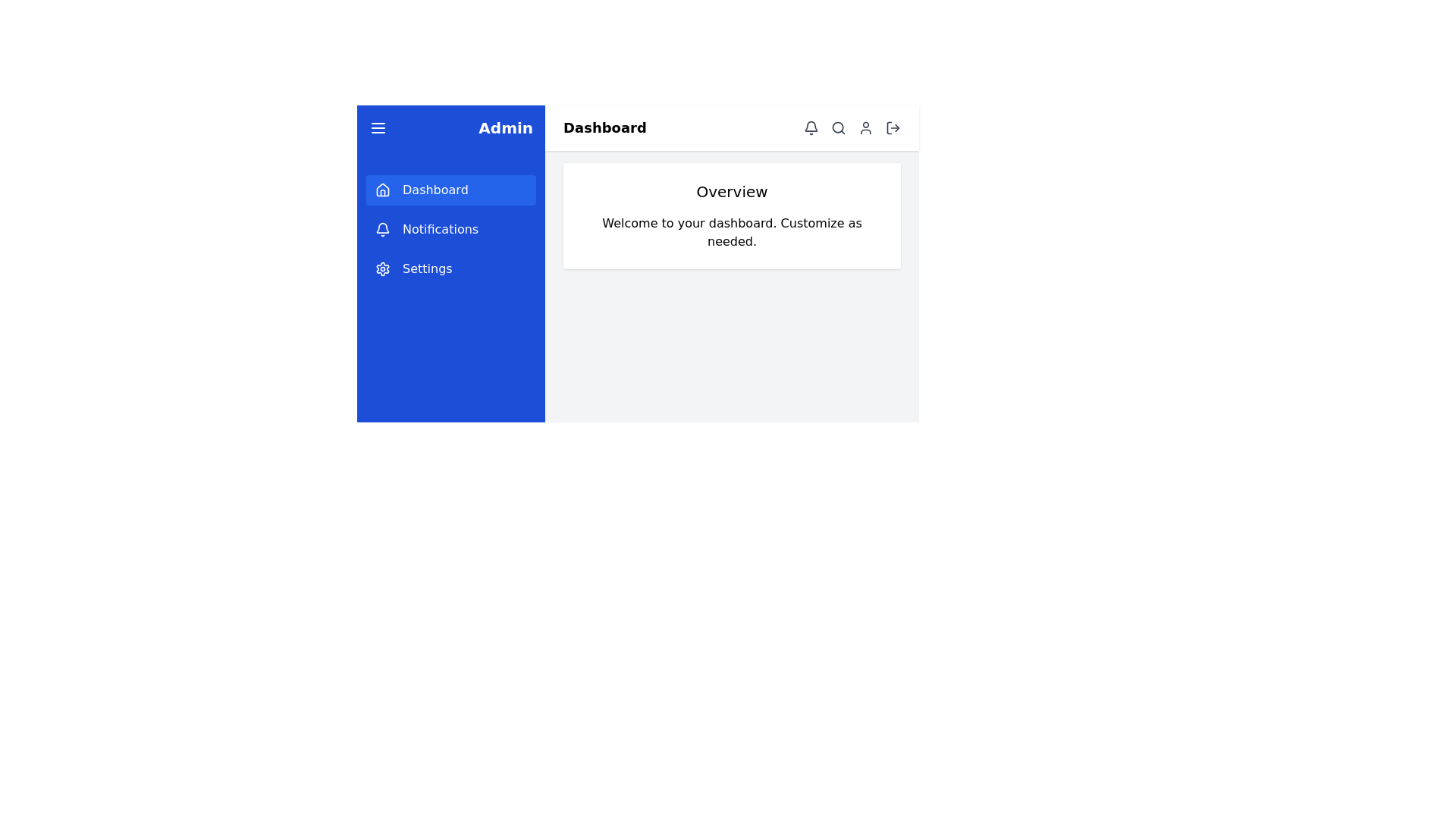  I want to click on the gear icon, which is white with rounded edges and located to the left of the 'Settings' text in the vertical navigation menu, so click(382, 268).